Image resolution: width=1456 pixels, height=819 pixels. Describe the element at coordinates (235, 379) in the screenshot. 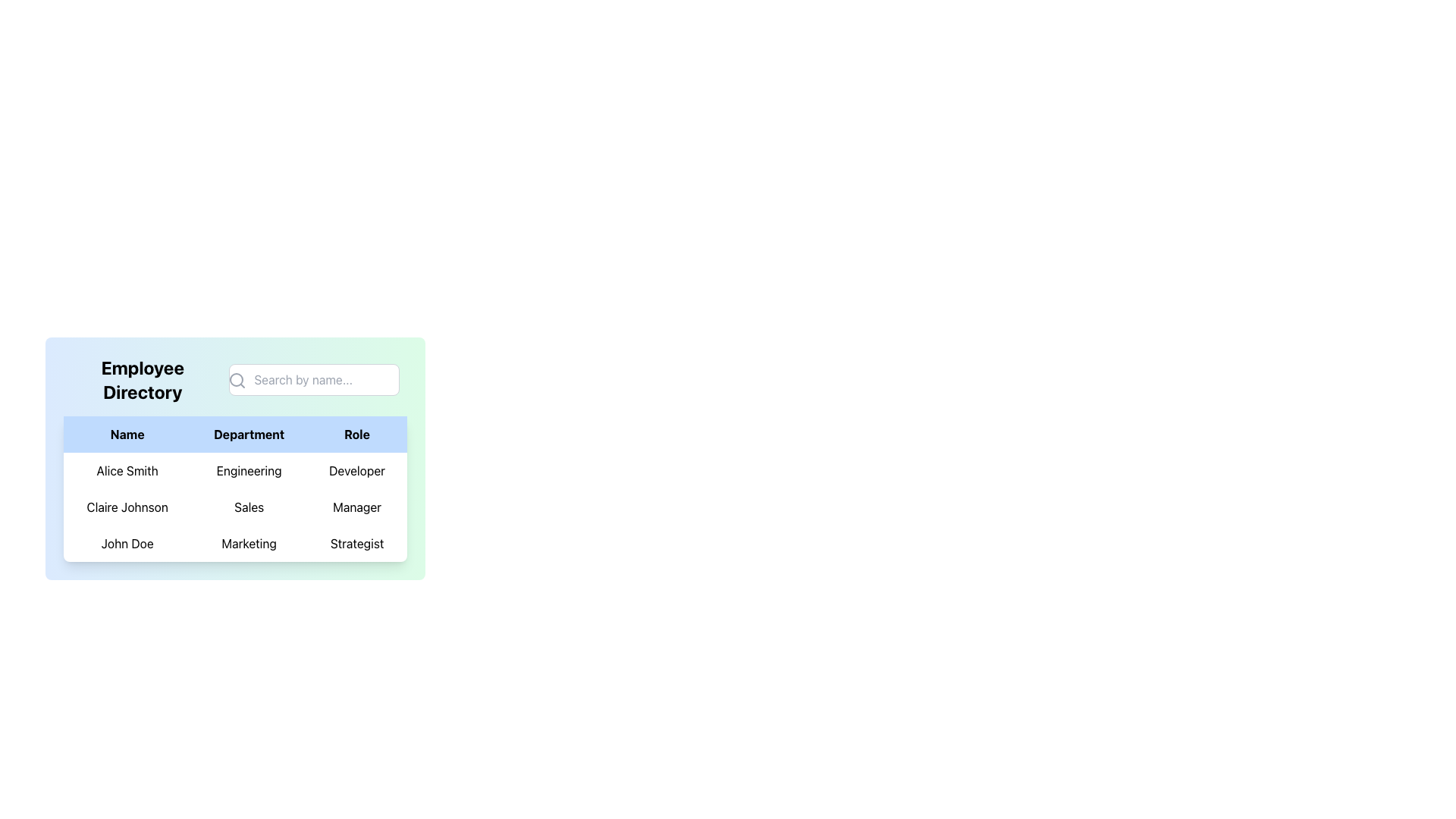

I see `the circular component of the search icon located` at that location.